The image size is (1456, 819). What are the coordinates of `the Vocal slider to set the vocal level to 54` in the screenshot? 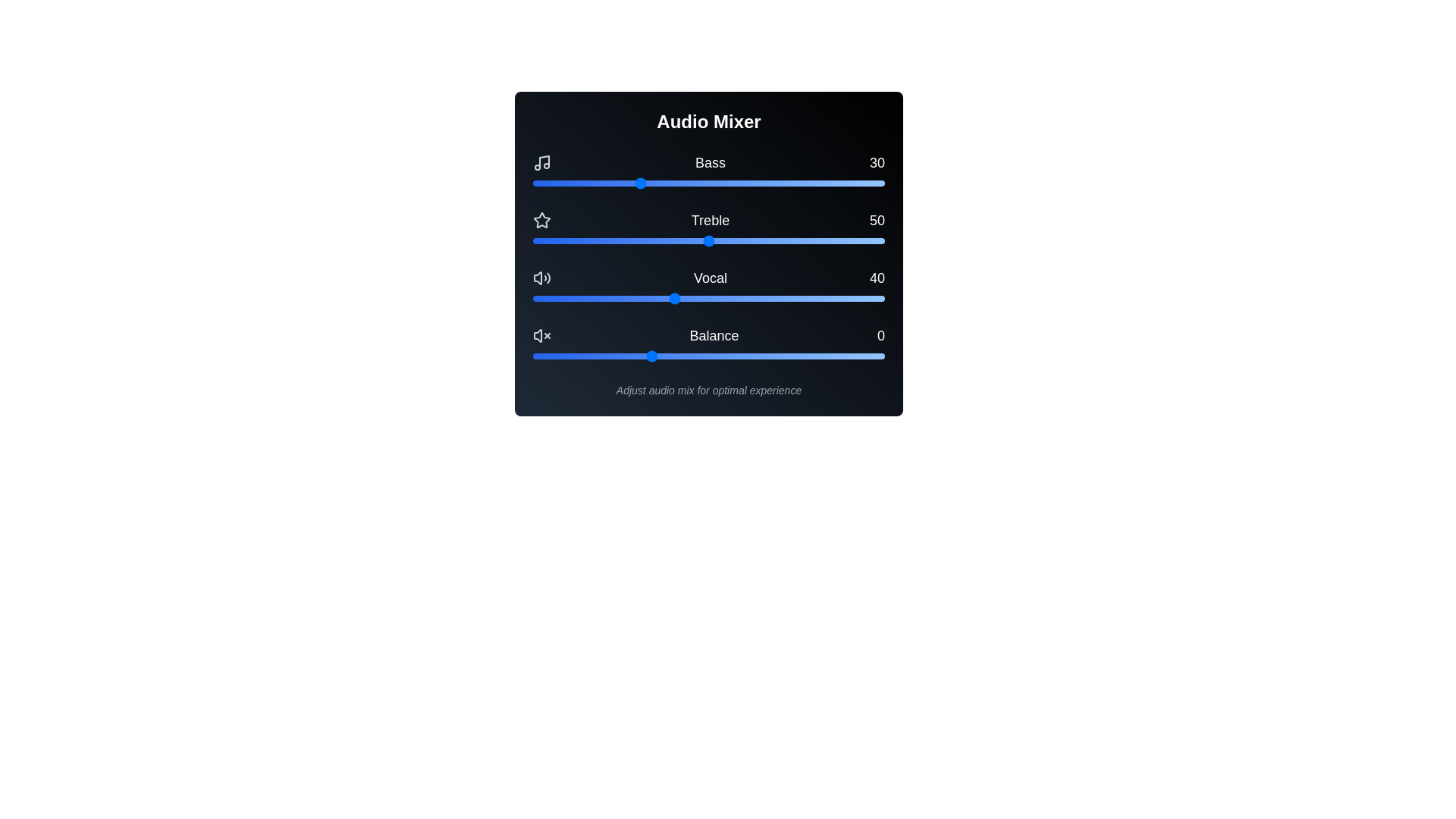 It's located at (722, 298).